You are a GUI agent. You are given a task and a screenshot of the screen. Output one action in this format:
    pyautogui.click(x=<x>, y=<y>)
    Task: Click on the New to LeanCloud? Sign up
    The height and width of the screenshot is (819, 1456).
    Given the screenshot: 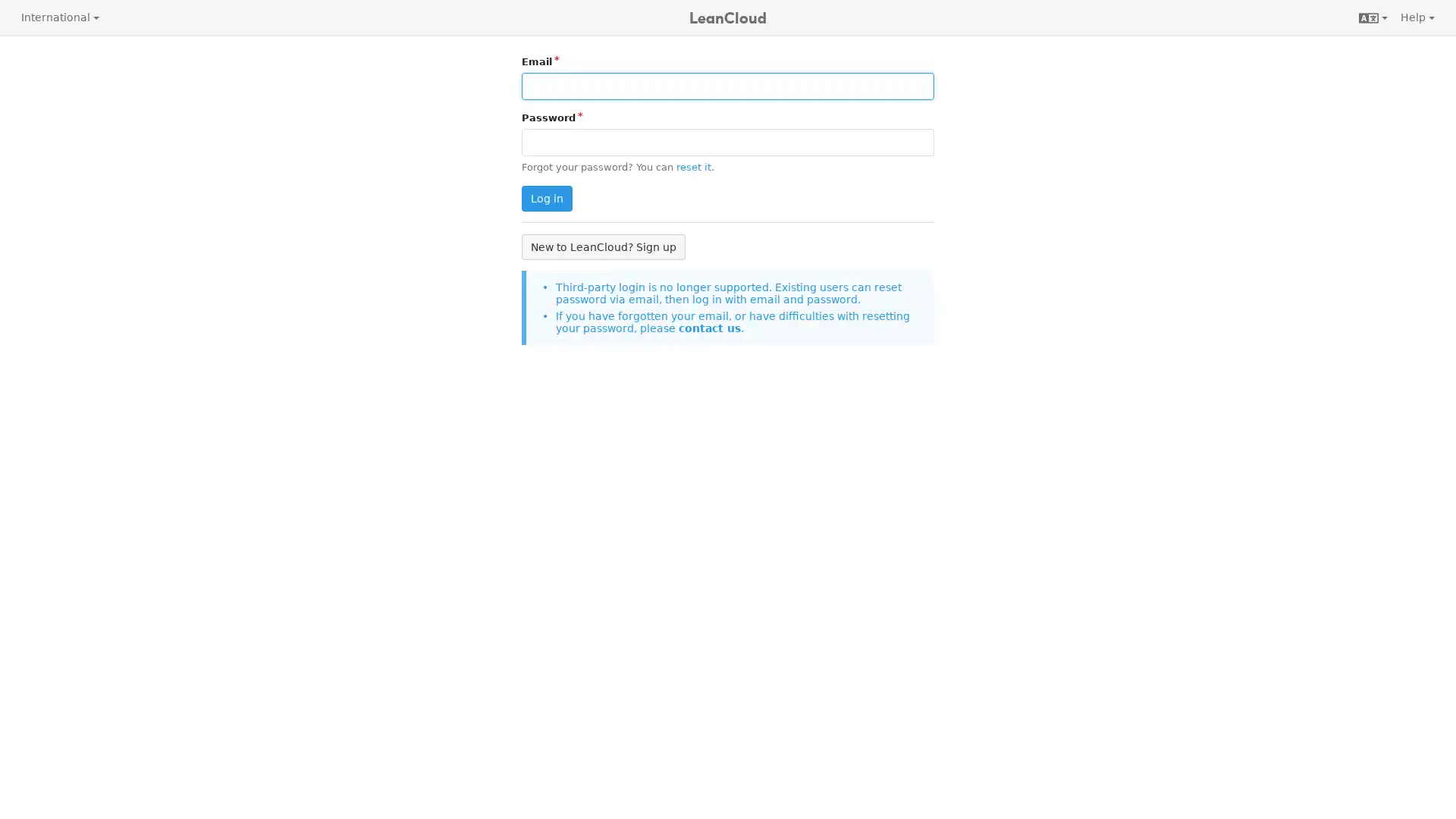 What is the action you would take?
    pyautogui.click(x=603, y=246)
    